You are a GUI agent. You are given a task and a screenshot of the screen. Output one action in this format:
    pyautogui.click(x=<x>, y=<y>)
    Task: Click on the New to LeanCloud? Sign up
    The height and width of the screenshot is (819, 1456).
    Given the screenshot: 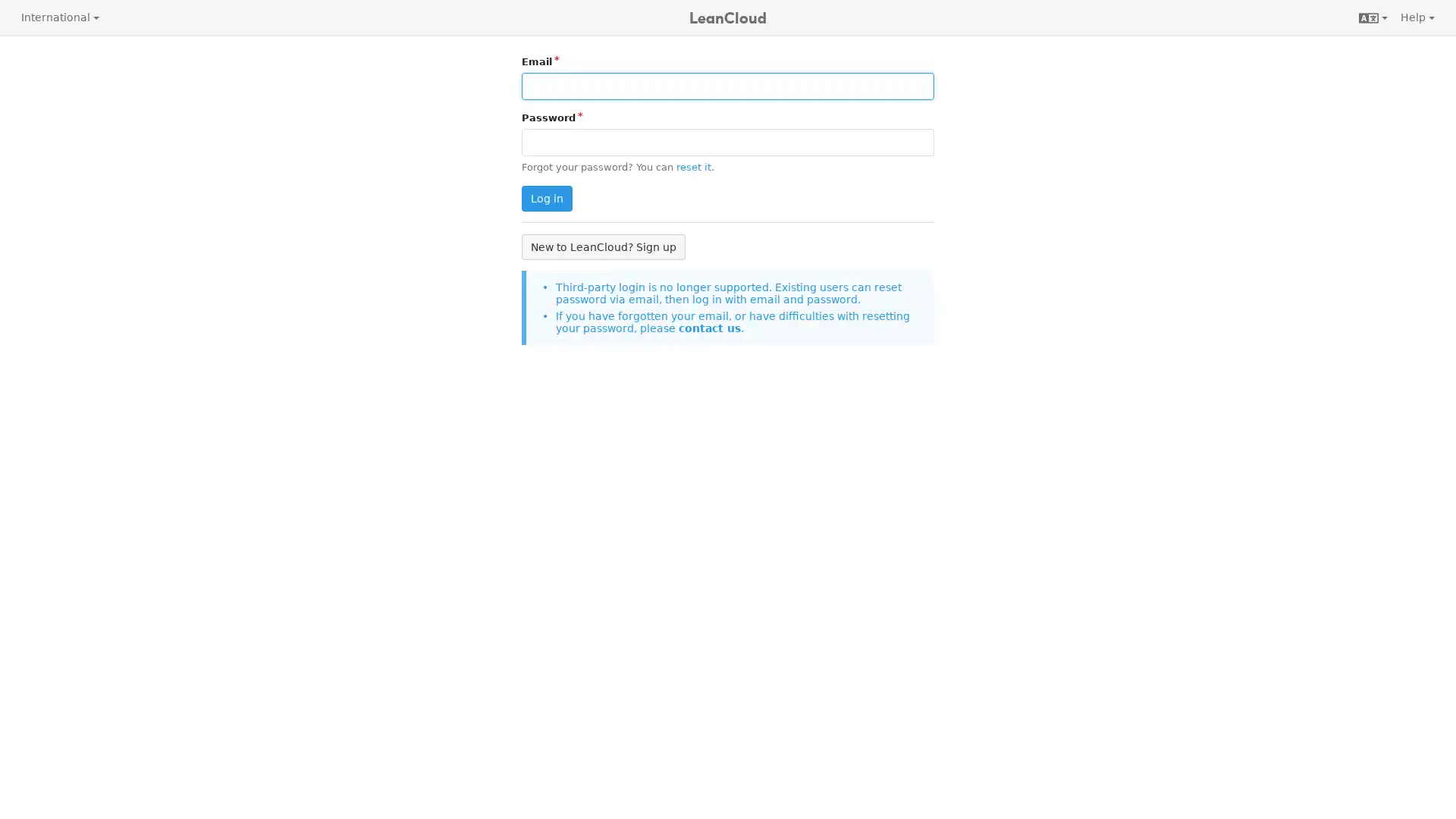 What is the action you would take?
    pyautogui.click(x=603, y=246)
    